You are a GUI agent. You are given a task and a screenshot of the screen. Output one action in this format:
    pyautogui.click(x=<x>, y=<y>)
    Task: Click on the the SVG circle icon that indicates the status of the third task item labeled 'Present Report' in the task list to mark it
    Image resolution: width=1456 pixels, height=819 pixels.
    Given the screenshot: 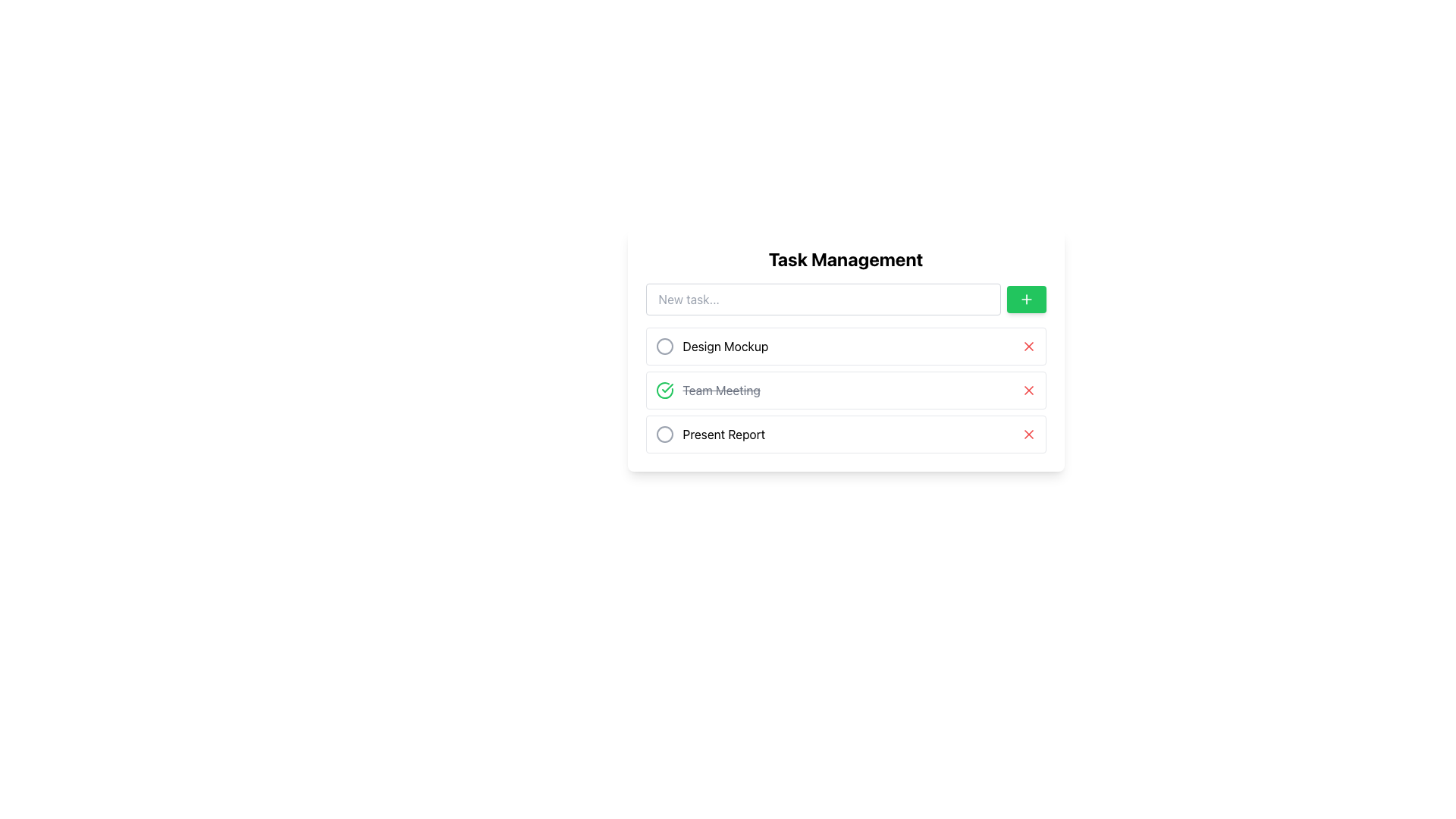 What is the action you would take?
    pyautogui.click(x=664, y=435)
    